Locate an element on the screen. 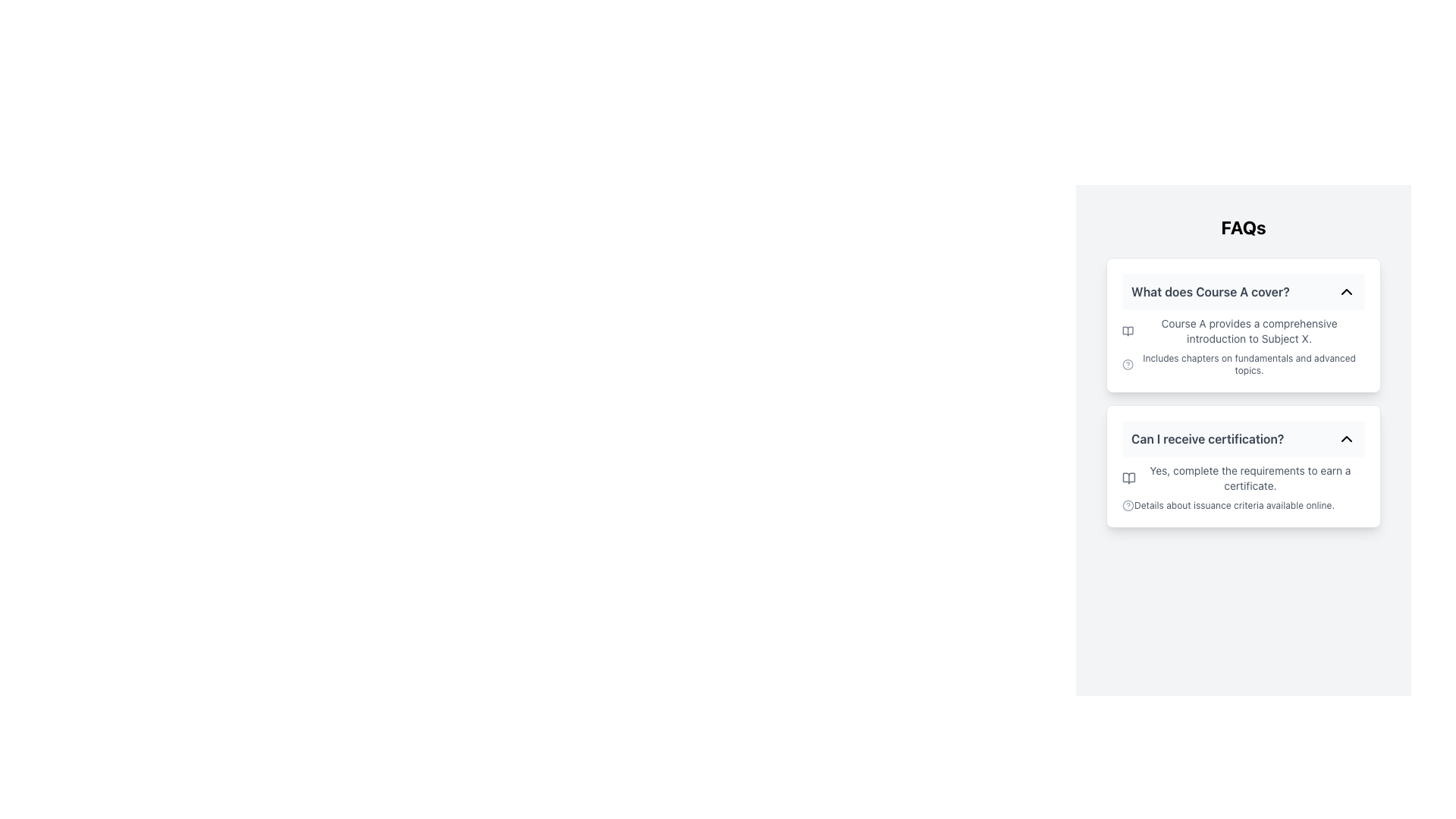  the decorative icon representing the course overview for 'Course A provides a comprehensive introduction to Subject X.' is located at coordinates (1128, 330).